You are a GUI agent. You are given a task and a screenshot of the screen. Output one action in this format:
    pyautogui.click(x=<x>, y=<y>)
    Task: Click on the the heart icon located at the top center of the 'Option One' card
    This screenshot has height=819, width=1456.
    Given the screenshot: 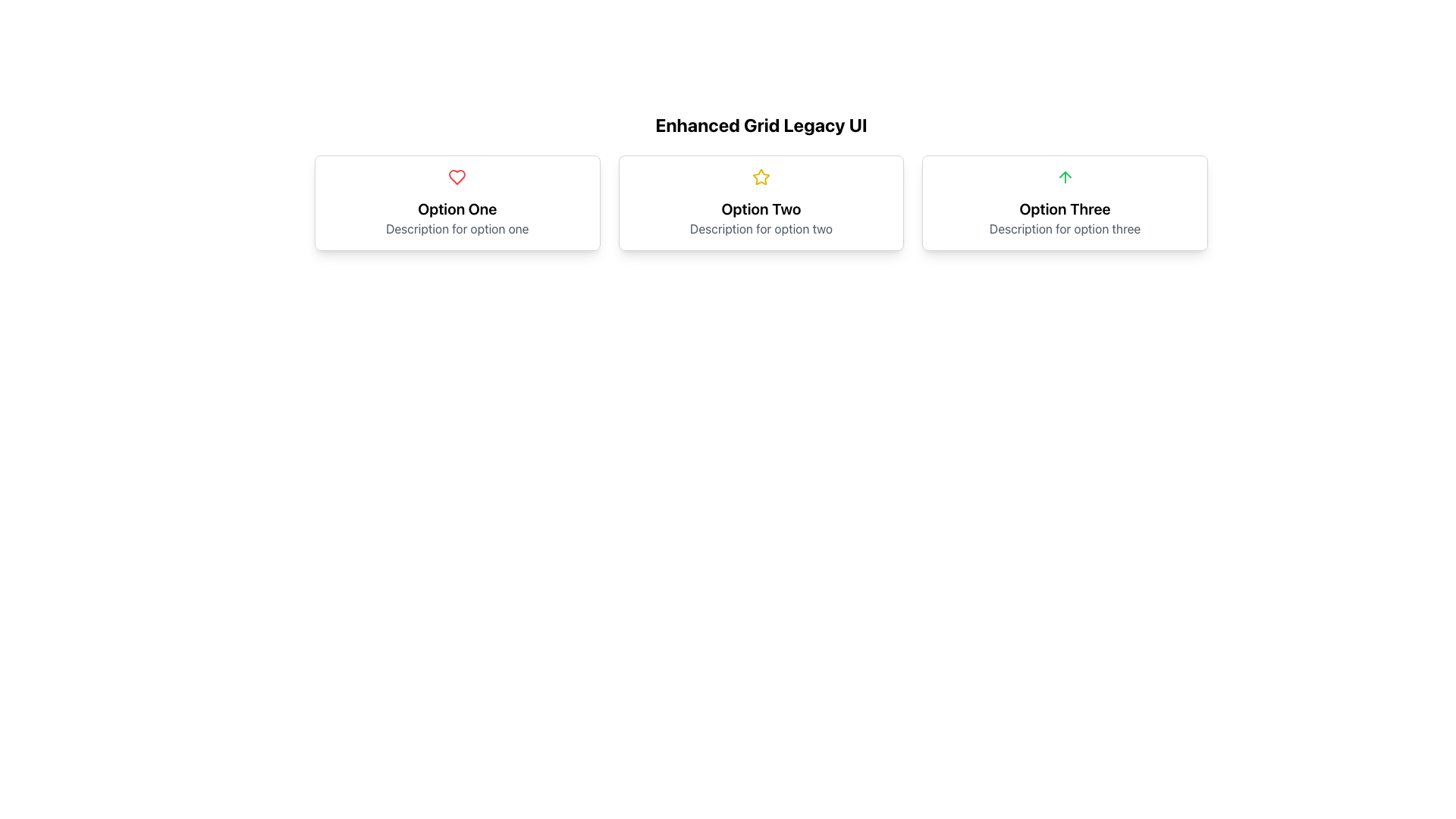 What is the action you would take?
    pyautogui.click(x=457, y=177)
    